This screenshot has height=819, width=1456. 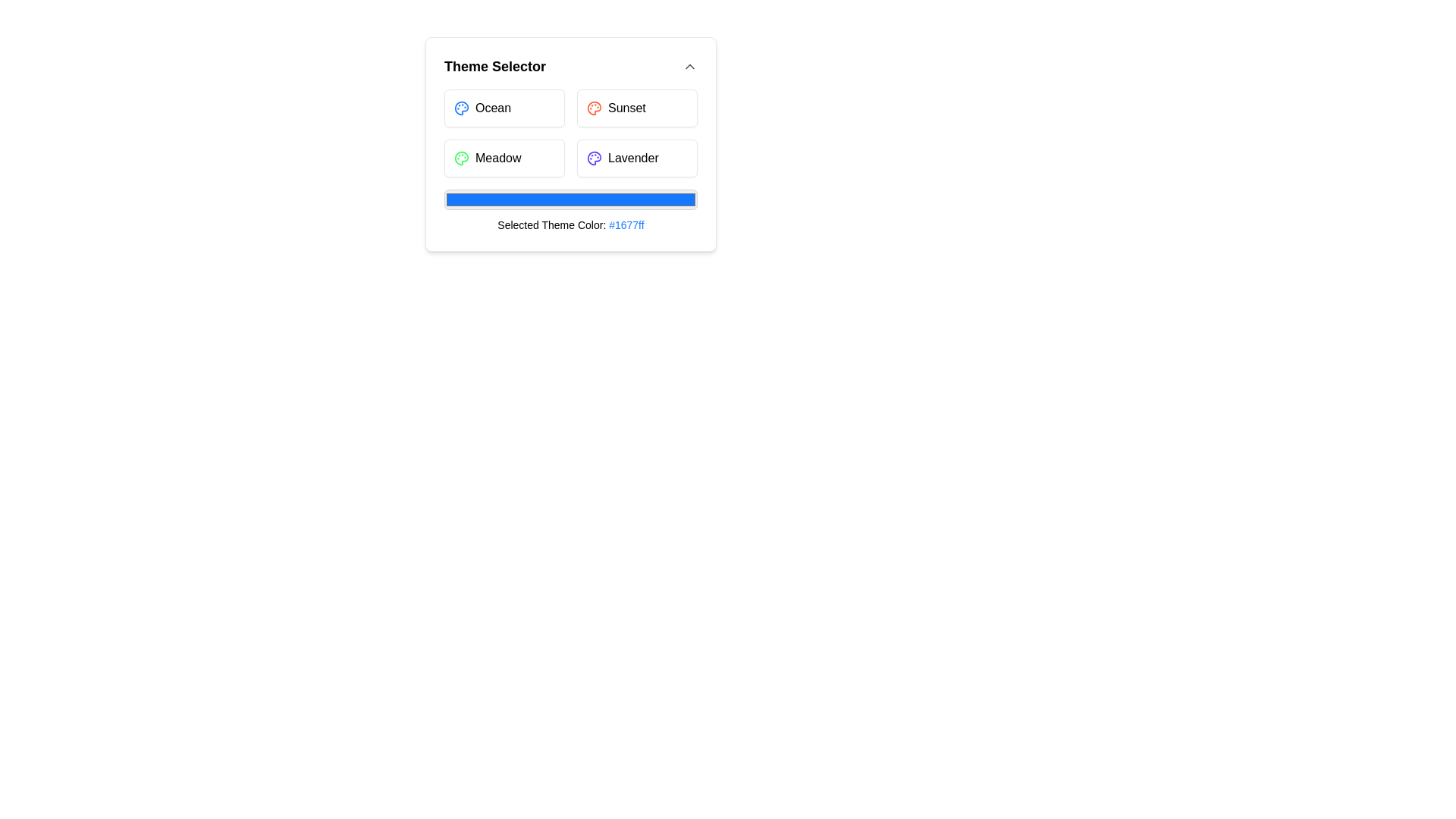 What do you see at coordinates (494, 66) in the screenshot?
I see `text from the 'Theme Selector' header, which is displayed in bold black font at the top-left corner of the theme selection card` at bounding box center [494, 66].